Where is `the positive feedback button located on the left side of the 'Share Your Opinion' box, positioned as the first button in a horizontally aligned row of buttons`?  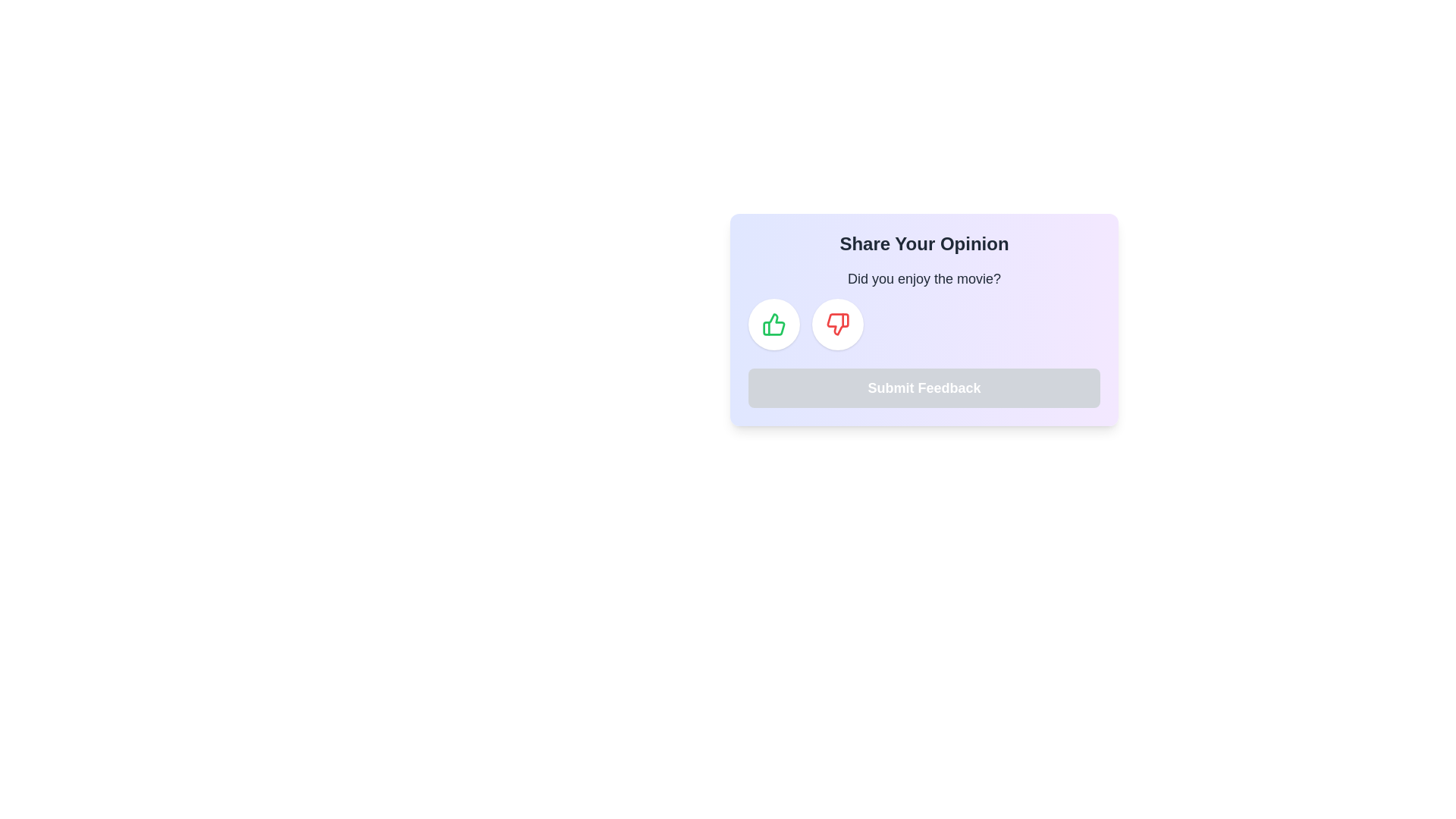 the positive feedback button located on the left side of the 'Share Your Opinion' box, positioned as the first button in a horizontally aligned row of buttons is located at coordinates (774, 324).